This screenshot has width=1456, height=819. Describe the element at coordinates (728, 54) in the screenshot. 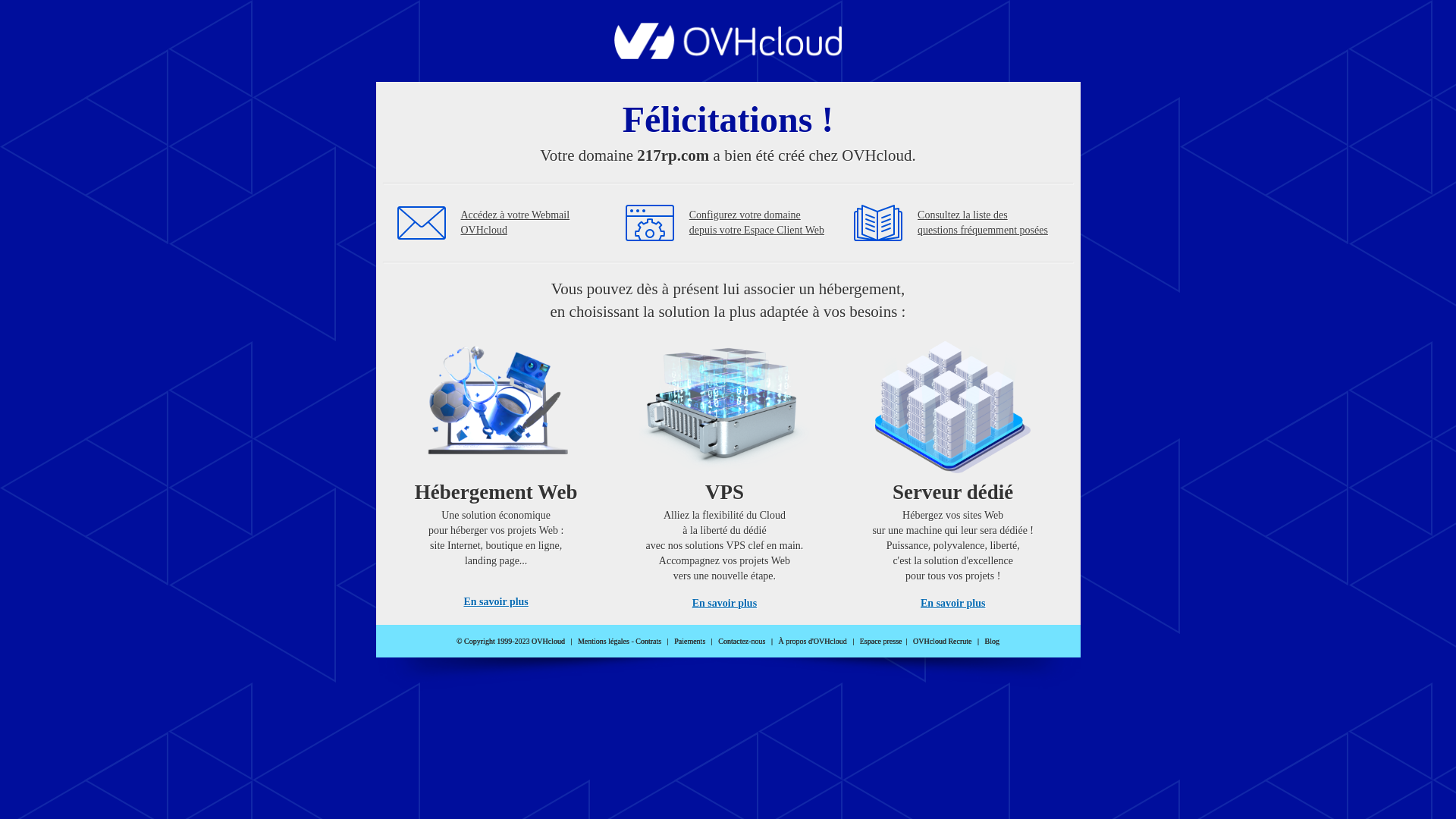

I see `'OVHcloud'` at that location.